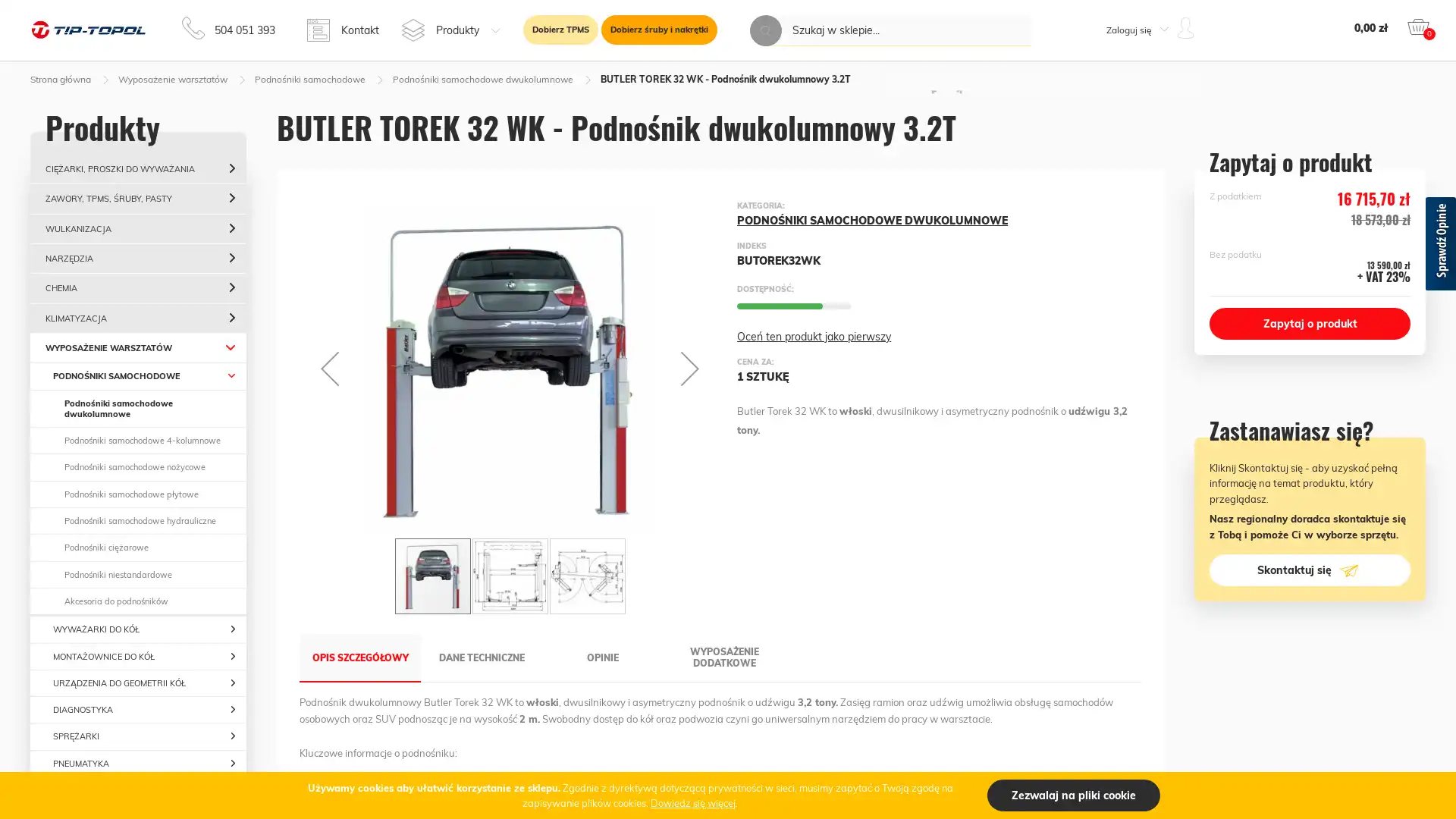 The height and width of the screenshot is (819, 1456). I want to click on Next, so click(708, 576).